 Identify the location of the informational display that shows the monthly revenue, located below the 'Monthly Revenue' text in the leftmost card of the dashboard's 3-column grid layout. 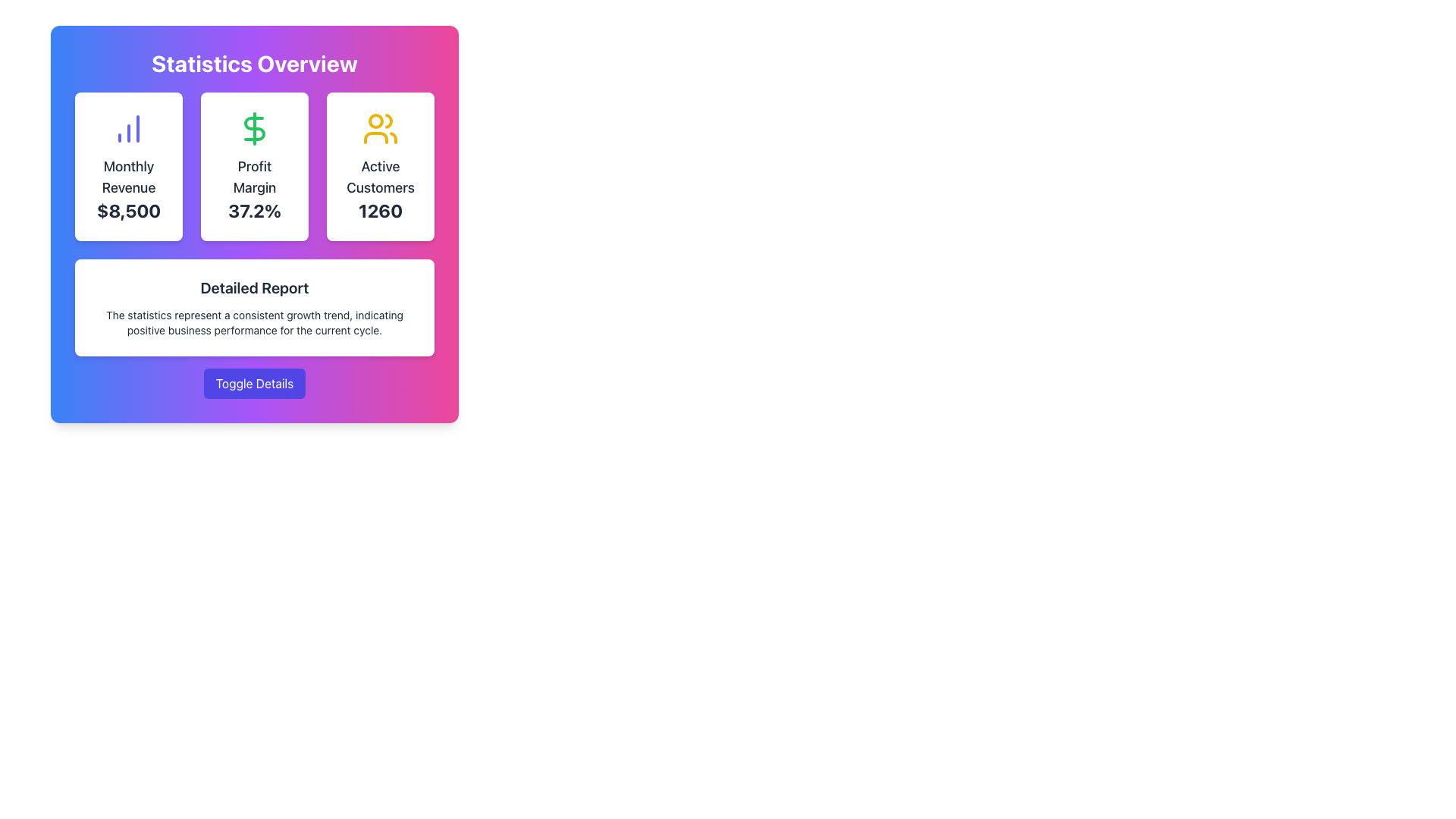
(128, 210).